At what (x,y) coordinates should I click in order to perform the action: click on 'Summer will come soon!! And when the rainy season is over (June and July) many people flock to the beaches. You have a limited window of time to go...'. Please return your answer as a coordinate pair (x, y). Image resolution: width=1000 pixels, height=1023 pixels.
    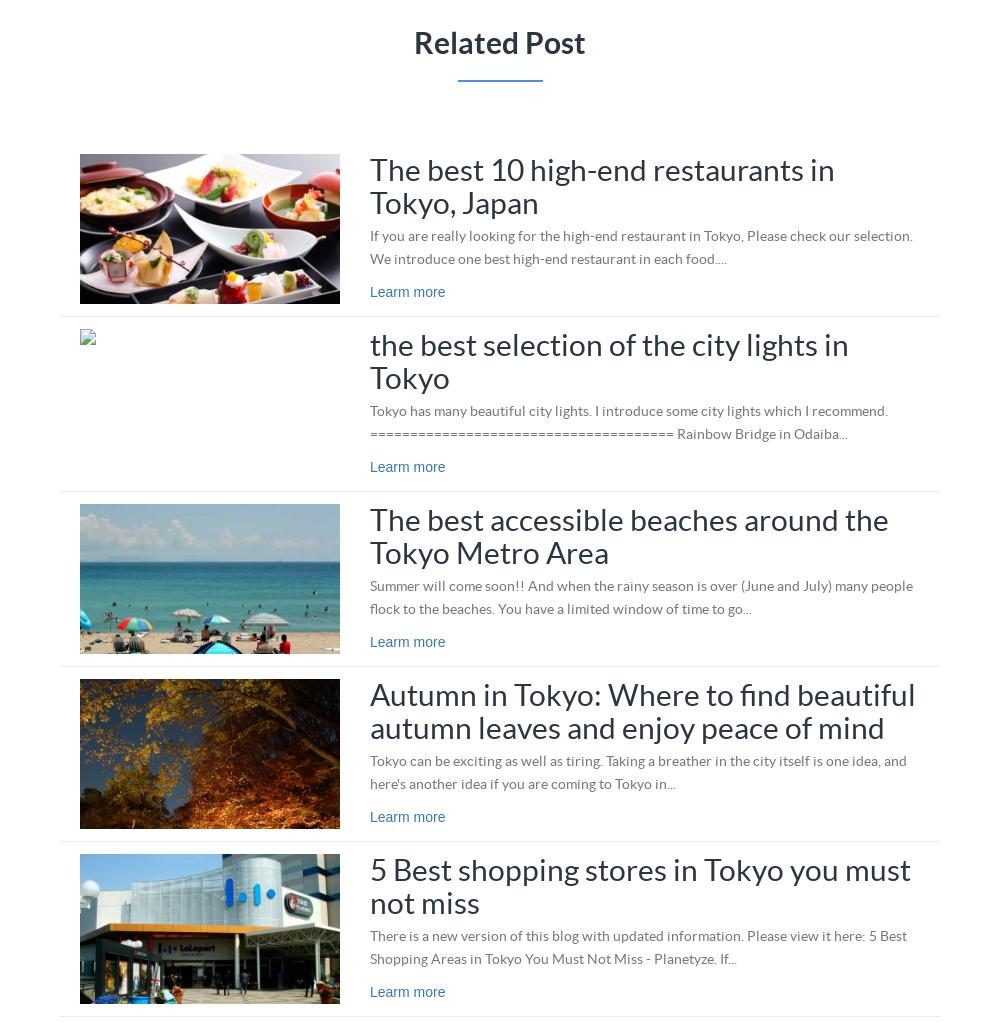
    Looking at the image, I should click on (640, 595).